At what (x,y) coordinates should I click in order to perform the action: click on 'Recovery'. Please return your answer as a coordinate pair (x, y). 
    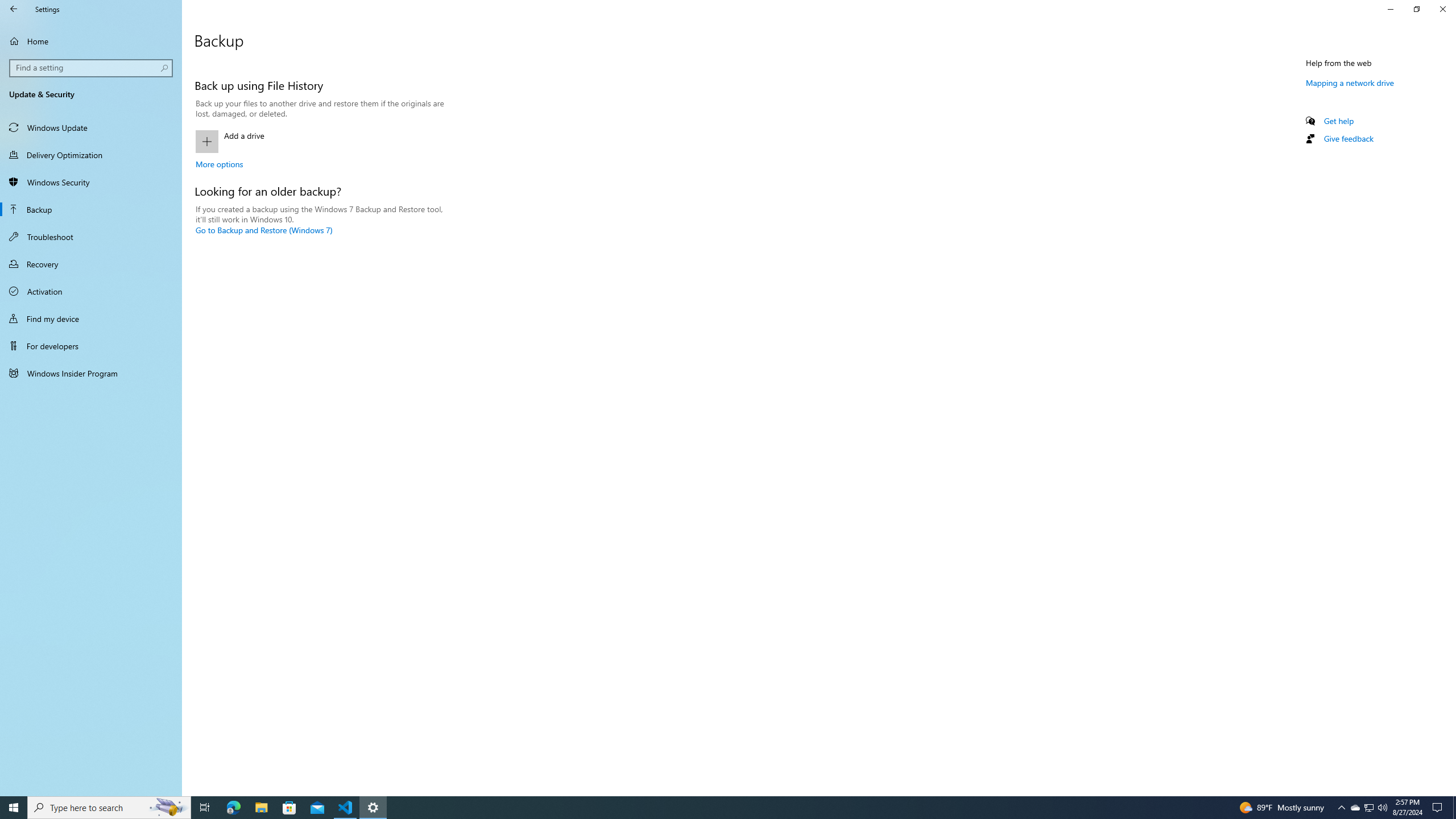
    Looking at the image, I should click on (90, 263).